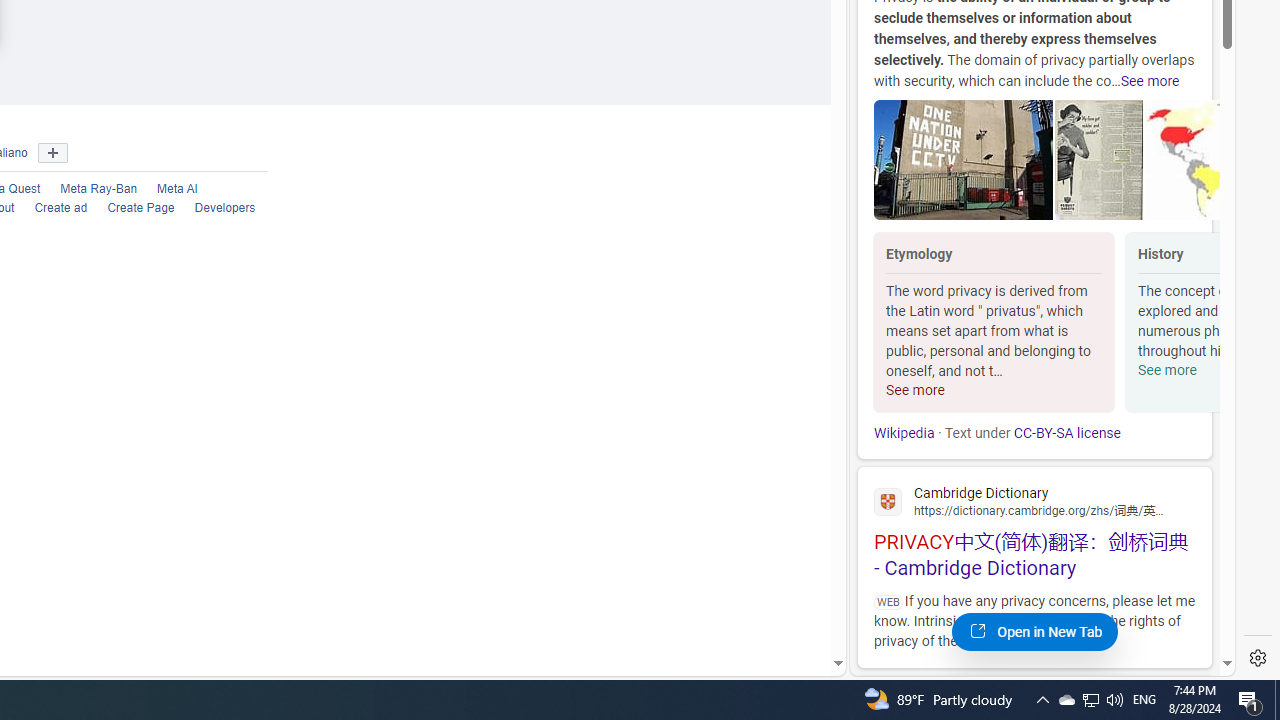 Image resolution: width=1280 pixels, height=720 pixels. I want to click on 'Global web icon', so click(887, 500).